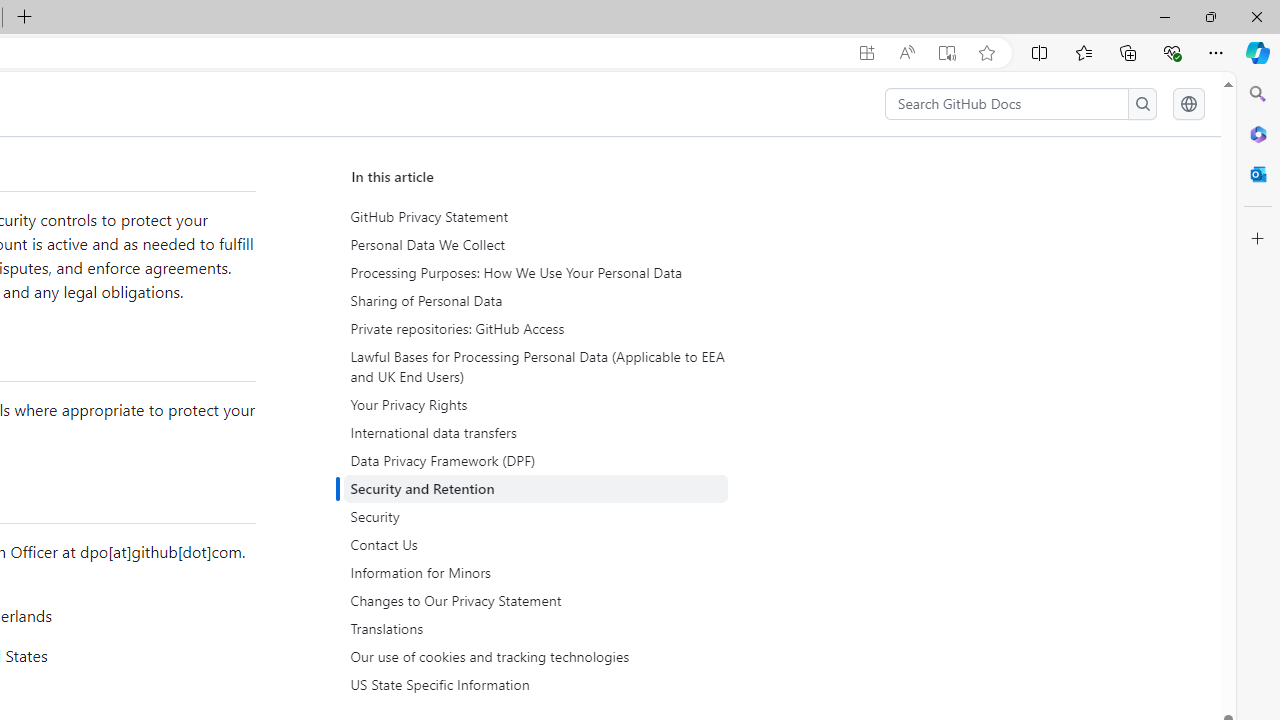  I want to click on 'Our use of cookies and tracking technologies', so click(538, 657).